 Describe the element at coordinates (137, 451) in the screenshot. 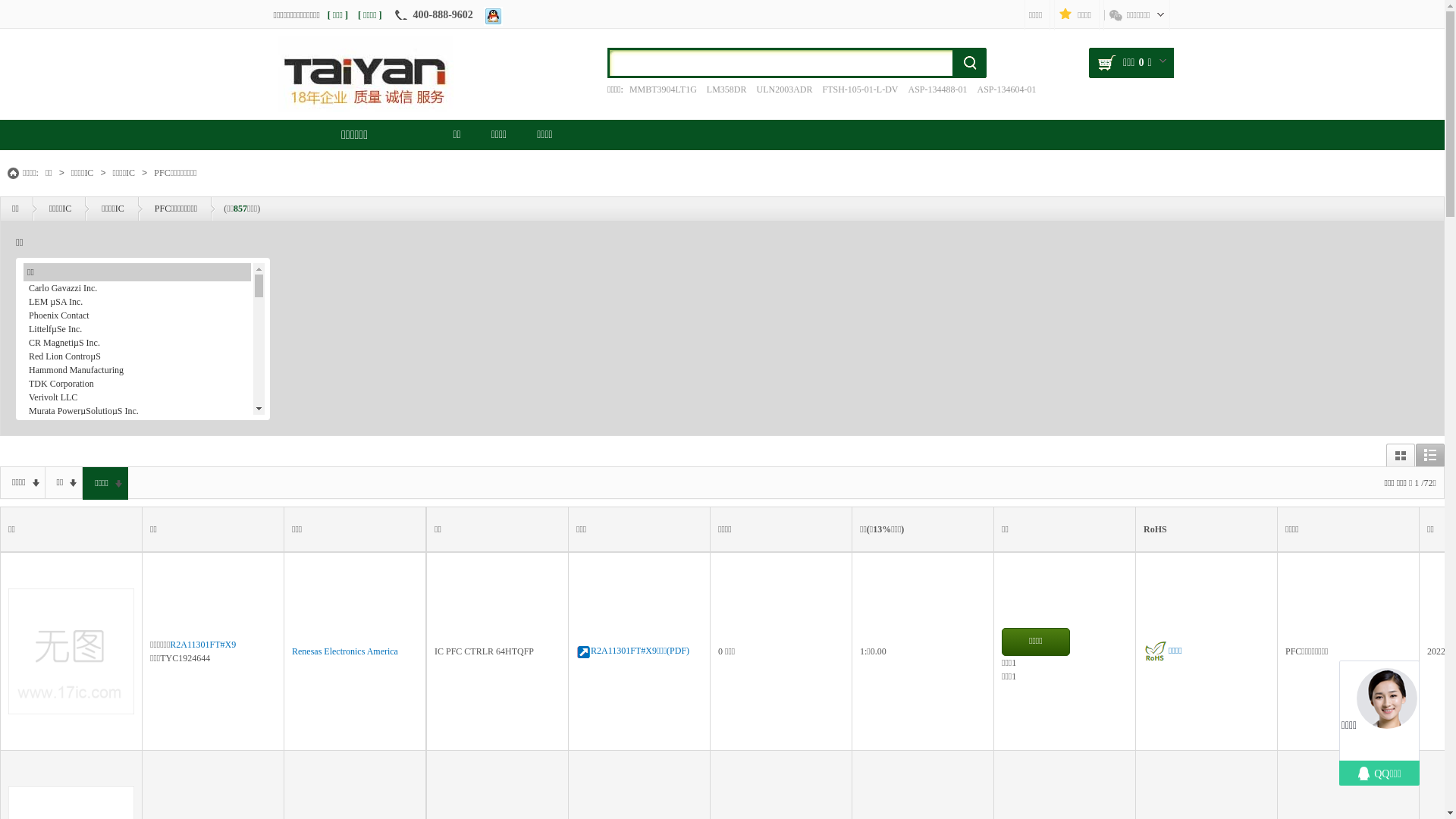

I see `'KEMET'` at that location.